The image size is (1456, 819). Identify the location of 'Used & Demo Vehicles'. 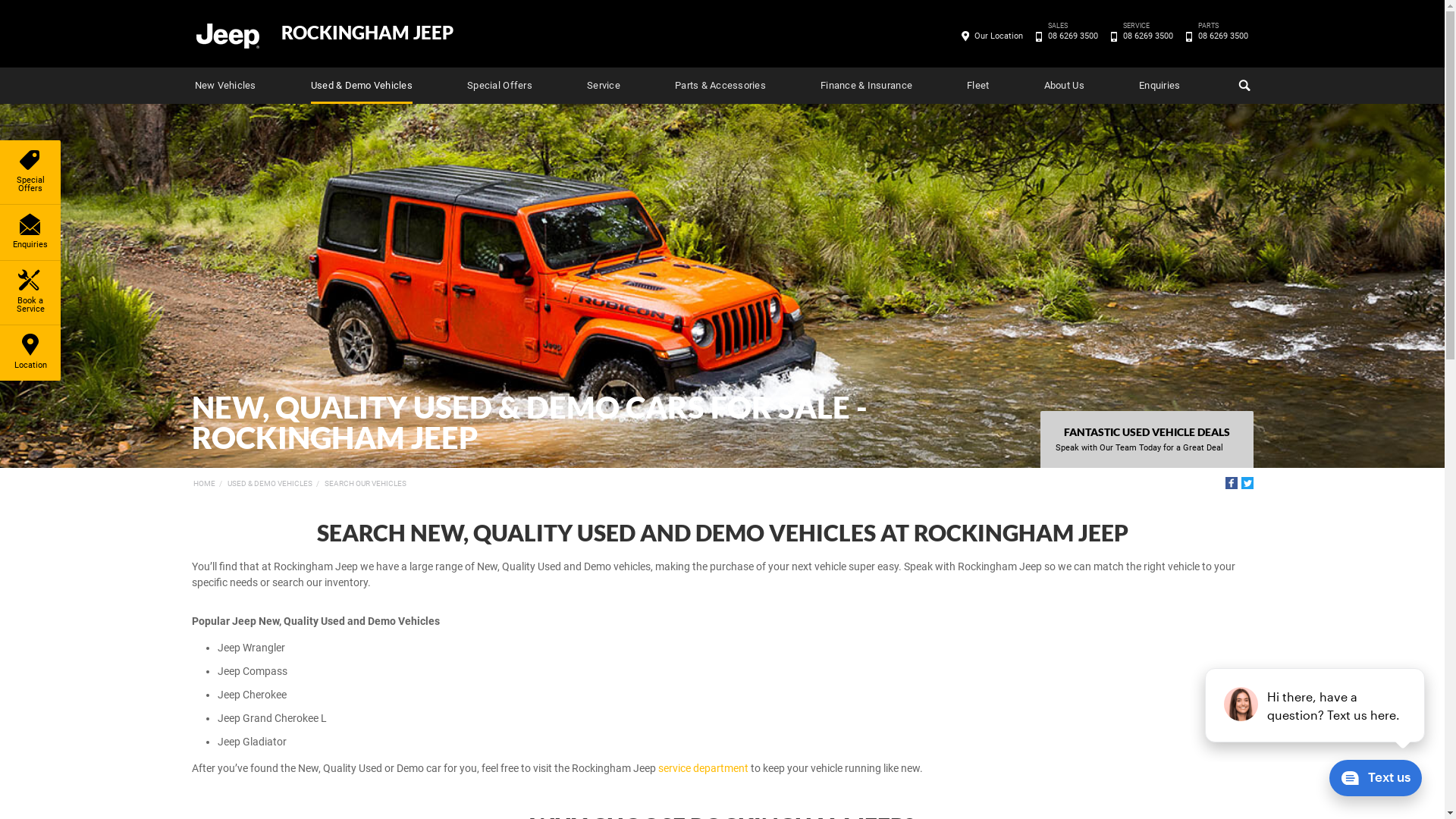
(360, 85).